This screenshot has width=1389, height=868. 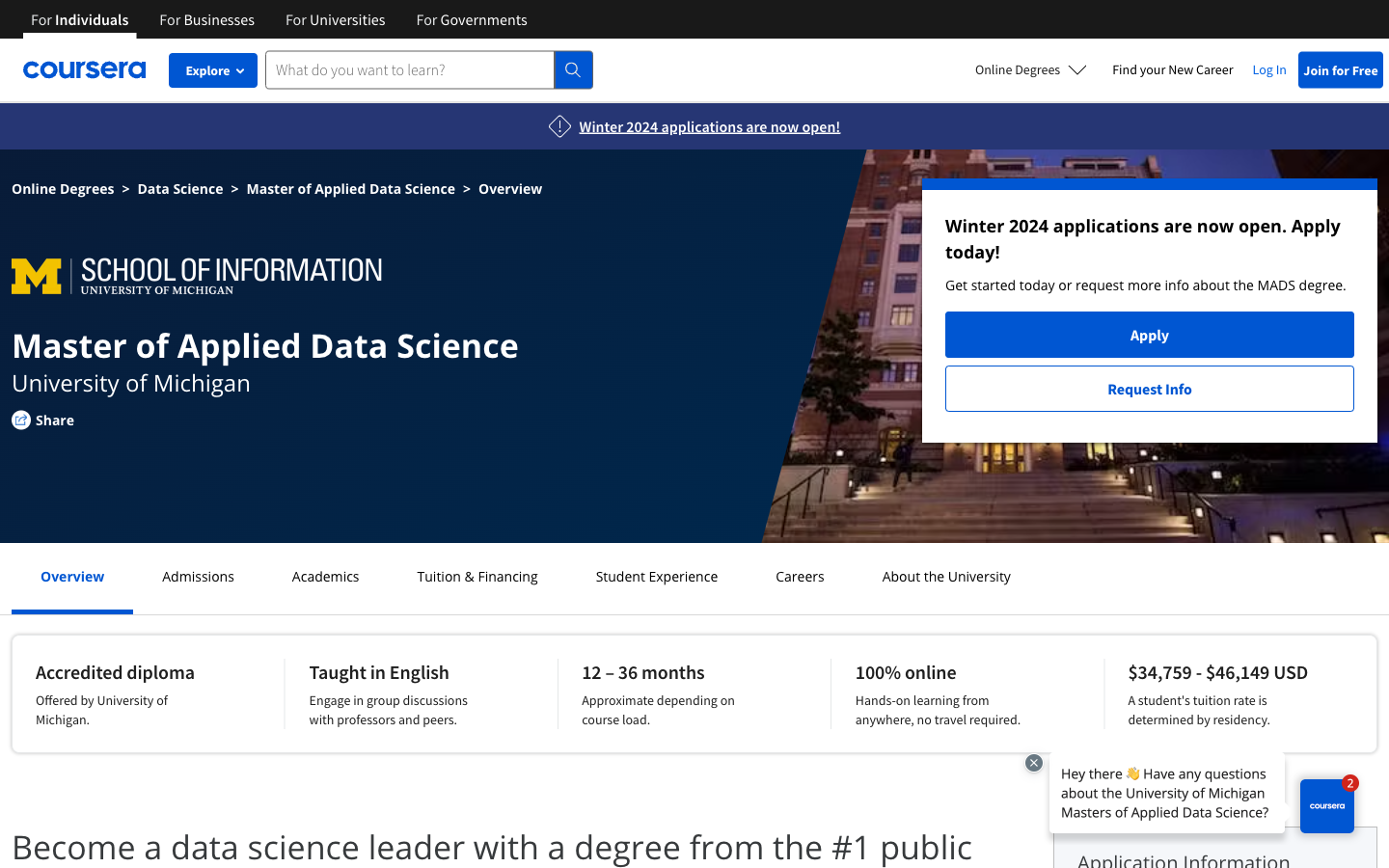 What do you see at coordinates (1031, 68) in the screenshot?
I see `Check all online degrees` at bounding box center [1031, 68].